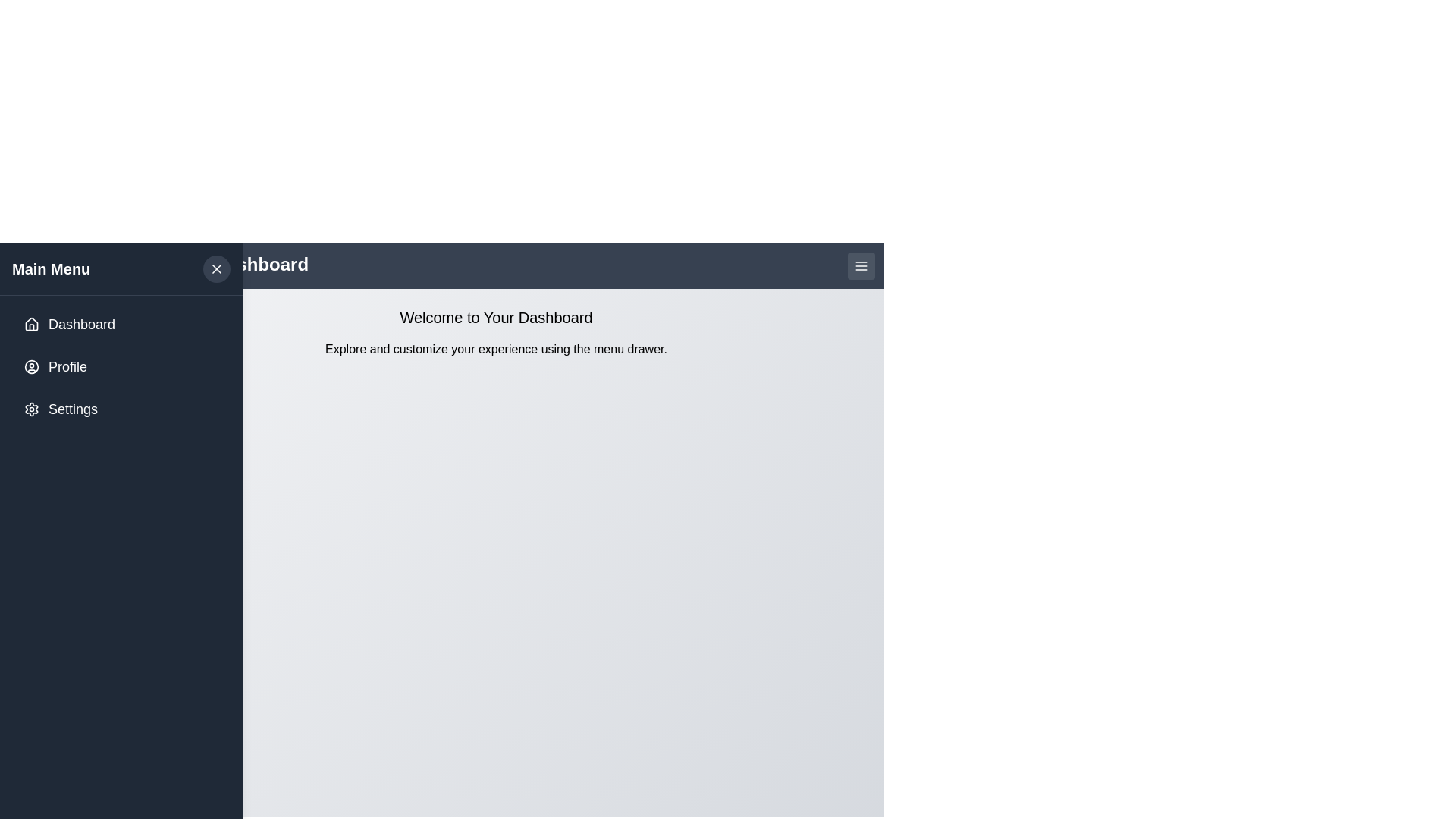  Describe the element at coordinates (32, 409) in the screenshot. I see `the cog-shaped outline in the settings icon located in the menu sidebar, adjacent to the 'Settings' label` at that location.